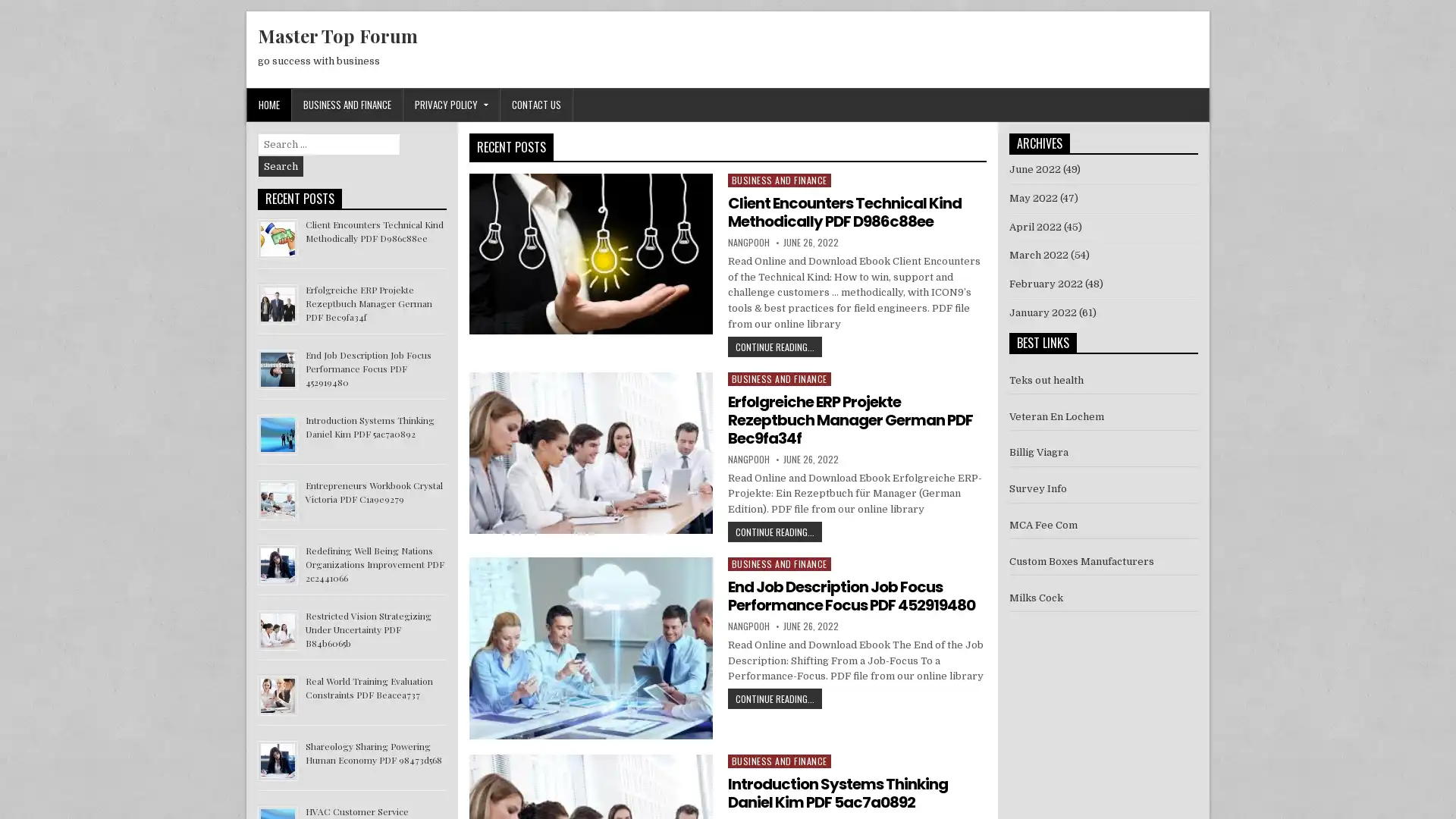 The width and height of the screenshot is (1456, 819). What do you see at coordinates (281, 166) in the screenshot?
I see `Search` at bounding box center [281, 166].